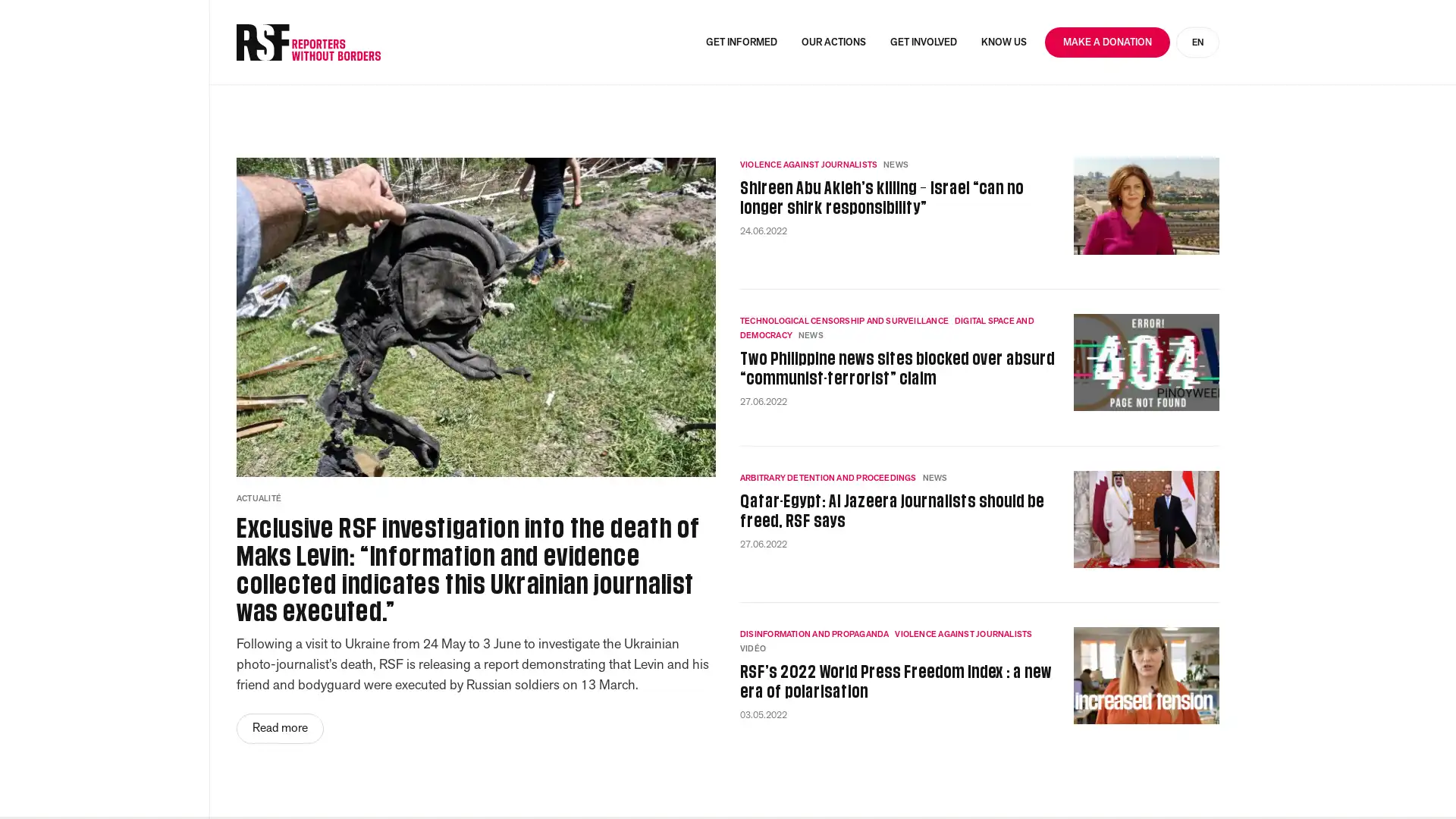  I want to click on Accept everything, so click(921, 780).